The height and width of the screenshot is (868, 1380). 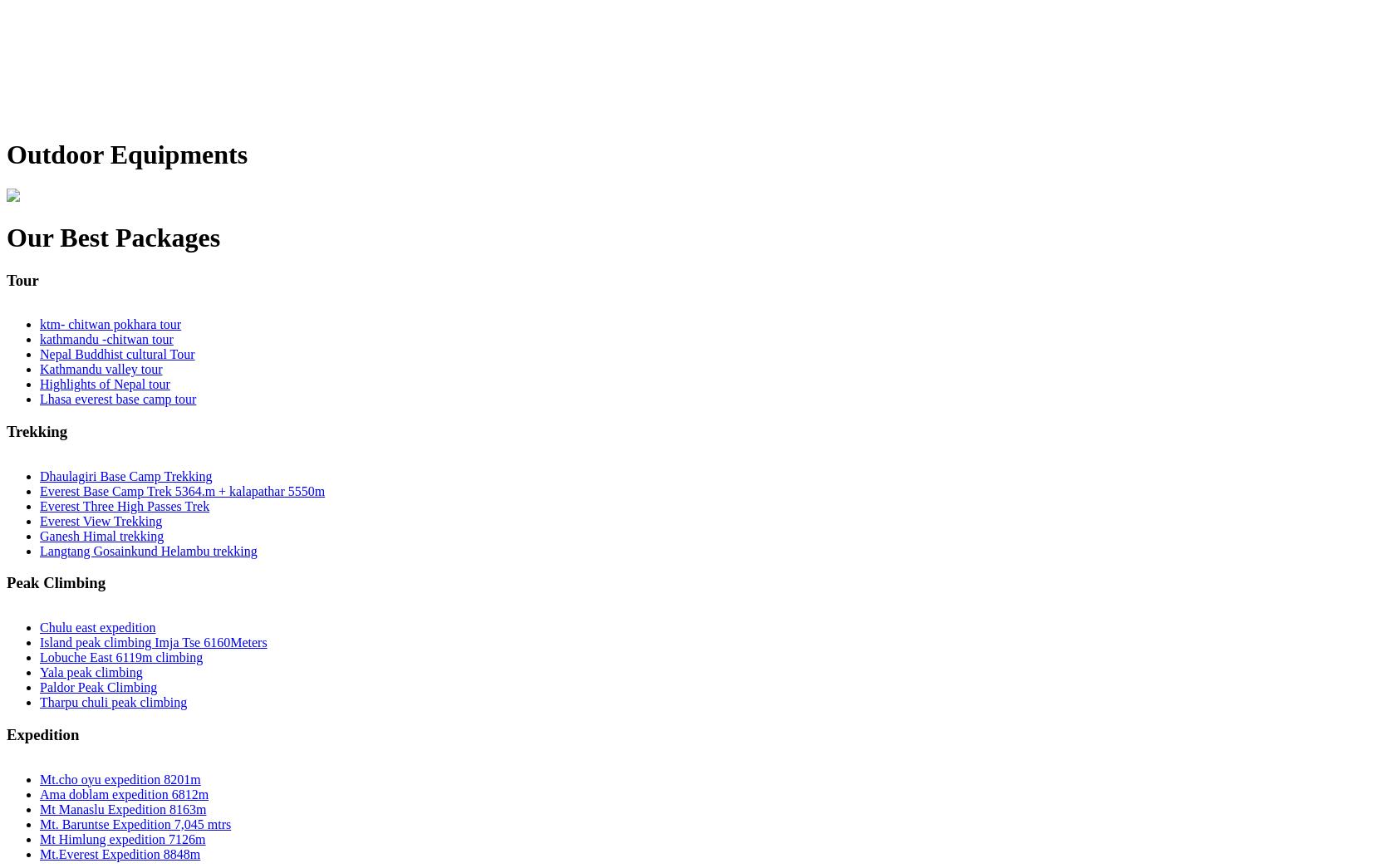 I want to click on 'Mt.cho oyu expedition  8201m', so click(x=120, y=777).